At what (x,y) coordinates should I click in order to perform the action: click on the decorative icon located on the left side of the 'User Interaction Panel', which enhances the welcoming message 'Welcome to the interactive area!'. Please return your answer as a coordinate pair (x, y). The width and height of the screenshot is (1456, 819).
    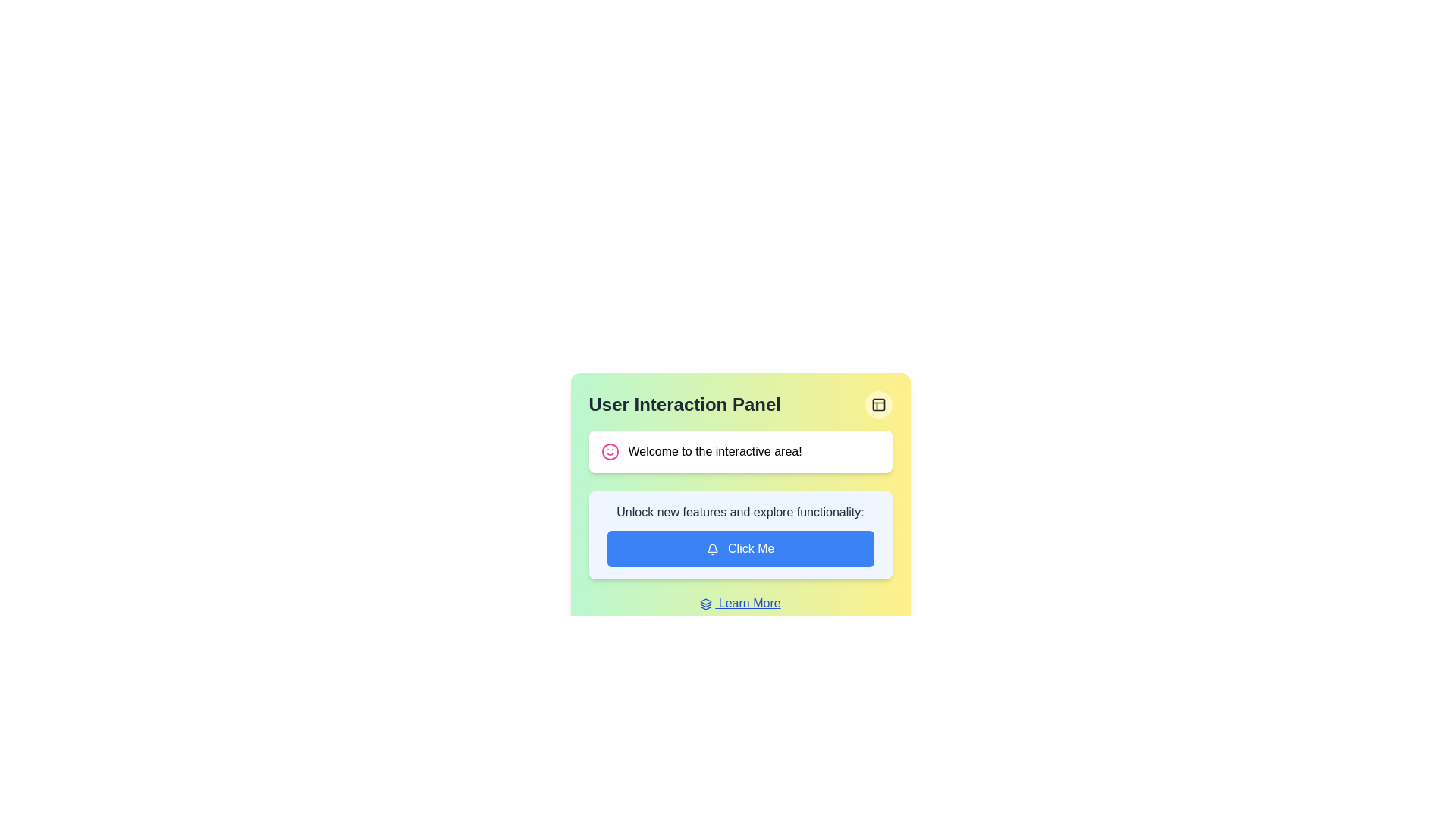
    Looking at the image, I should click on (610, 451).